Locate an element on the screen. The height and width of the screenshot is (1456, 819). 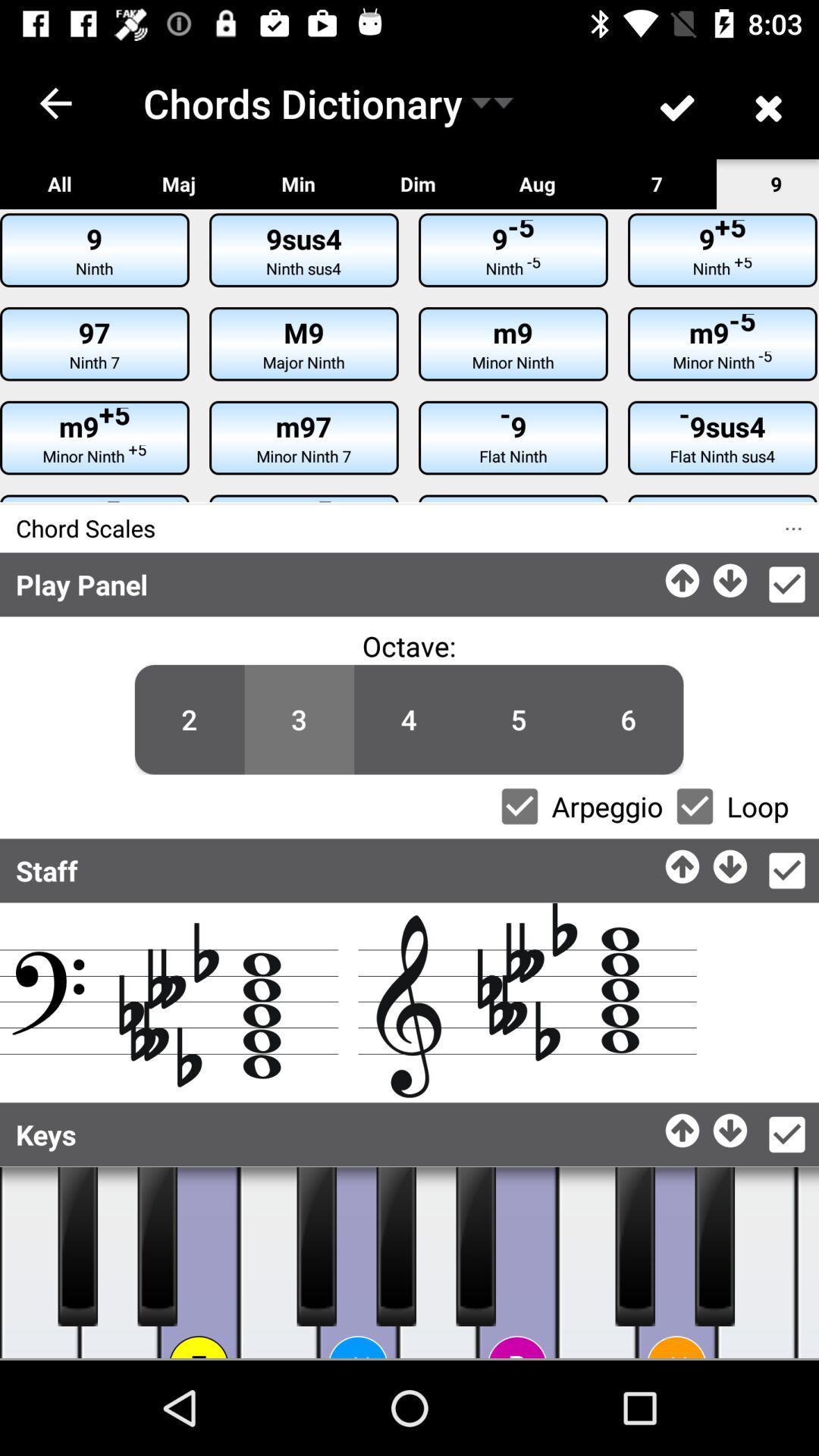
downarrow is located at coordinates (730, 1126).